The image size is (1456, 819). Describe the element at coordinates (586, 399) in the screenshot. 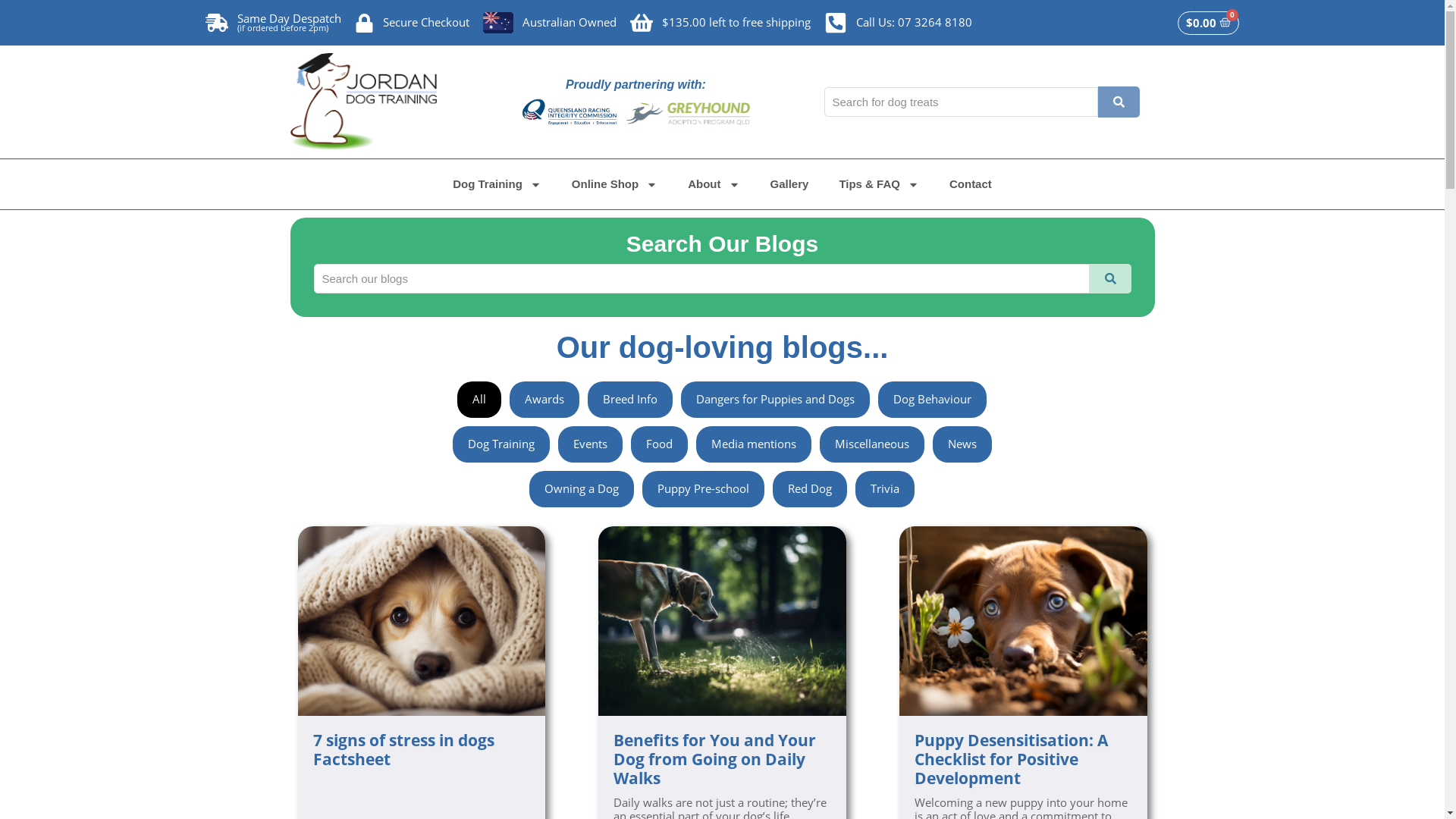

I see `'Breed Info'` at that location.